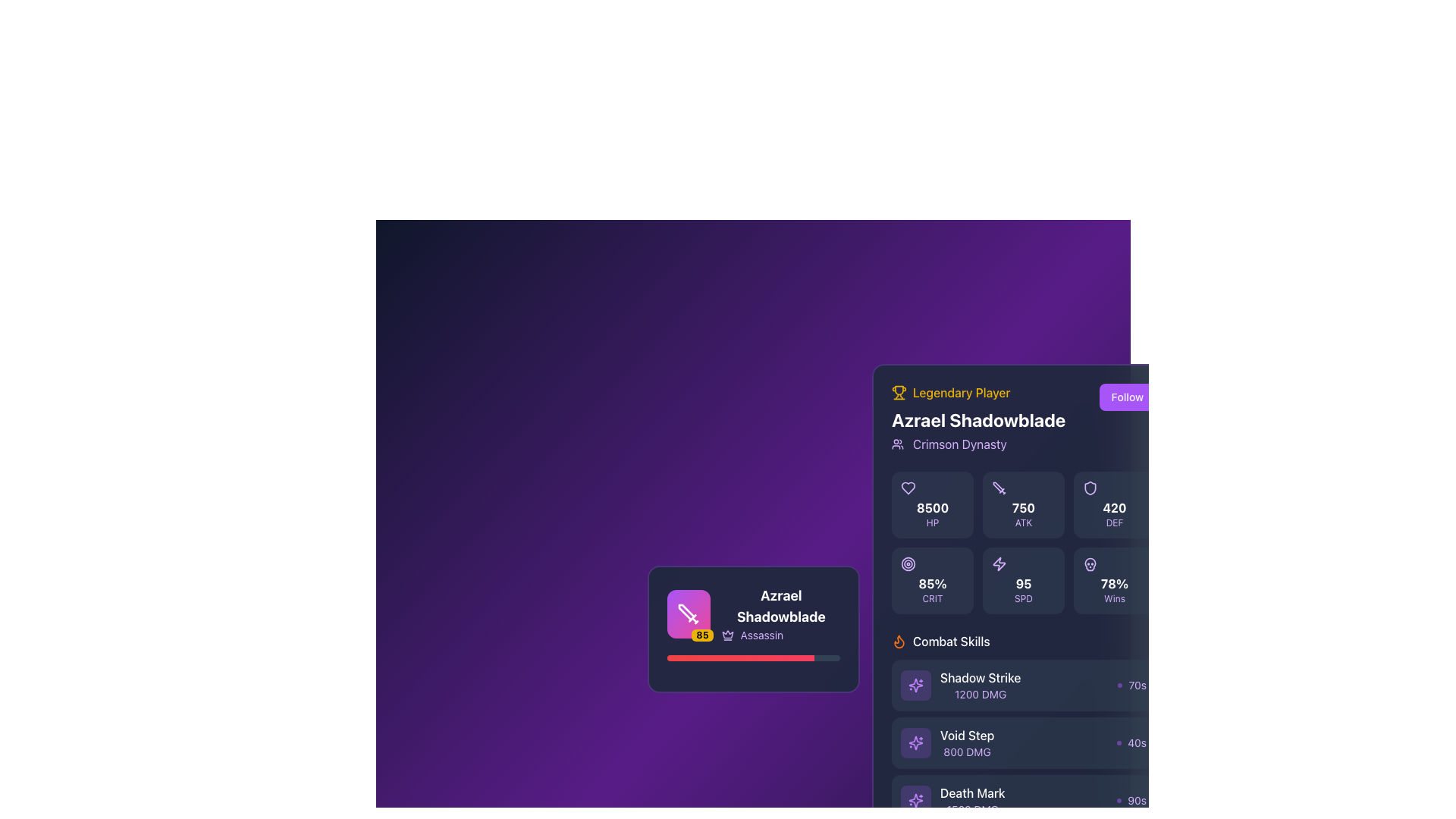 Image resolution: width=1456 pixels, height=819 pixels. Describe the element at coordinates (908, 488) in the screenshot. I see `the SVG icon that serves as a visual indicator for liking or favoriting the player's information, located near the top of the player's information panel` at that location.